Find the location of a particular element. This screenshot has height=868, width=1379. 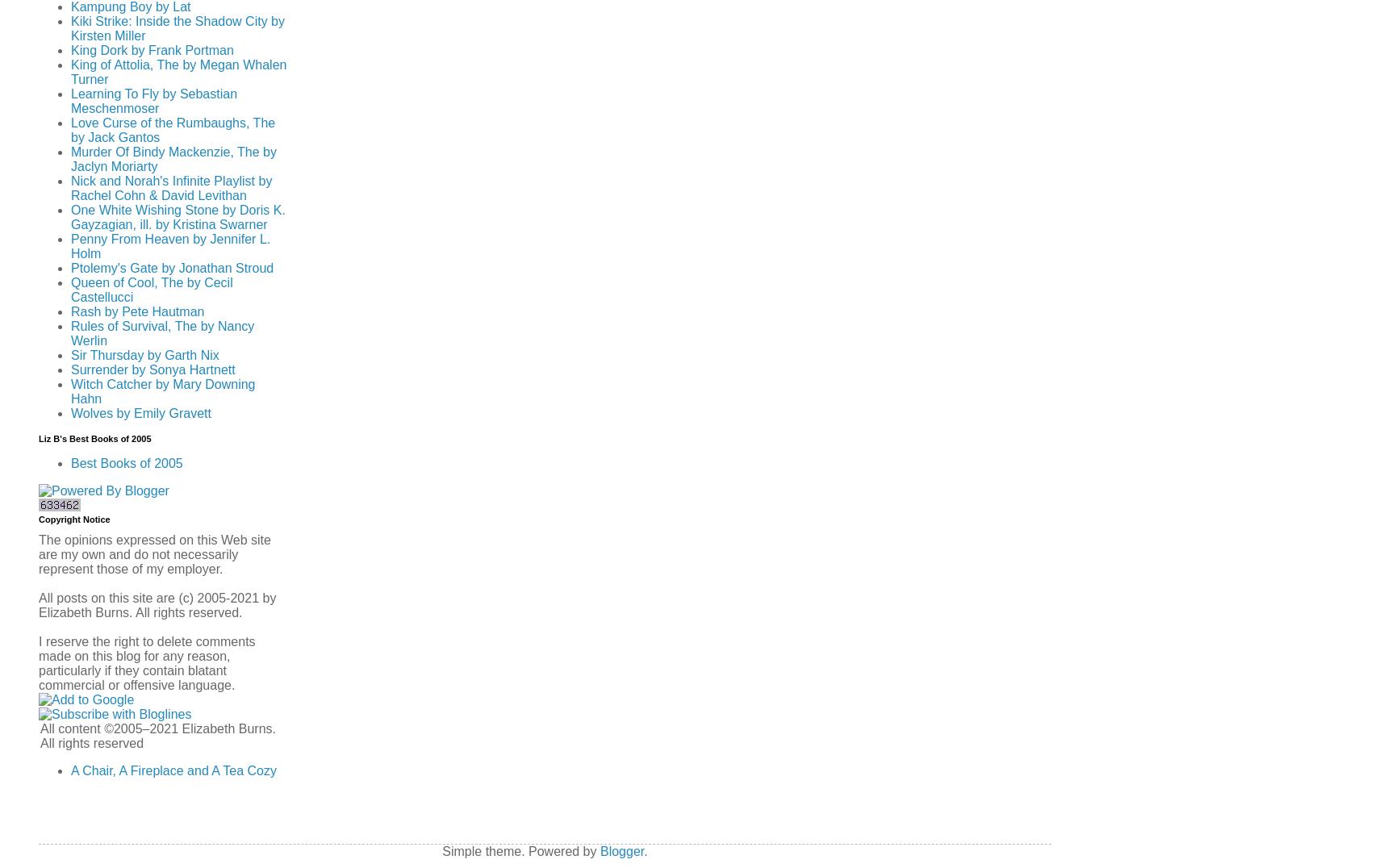

'One White Wishing Stone by Doris K. Gayzagian, ill. by Kristina Swarner' is located at coordinates (177, 217).